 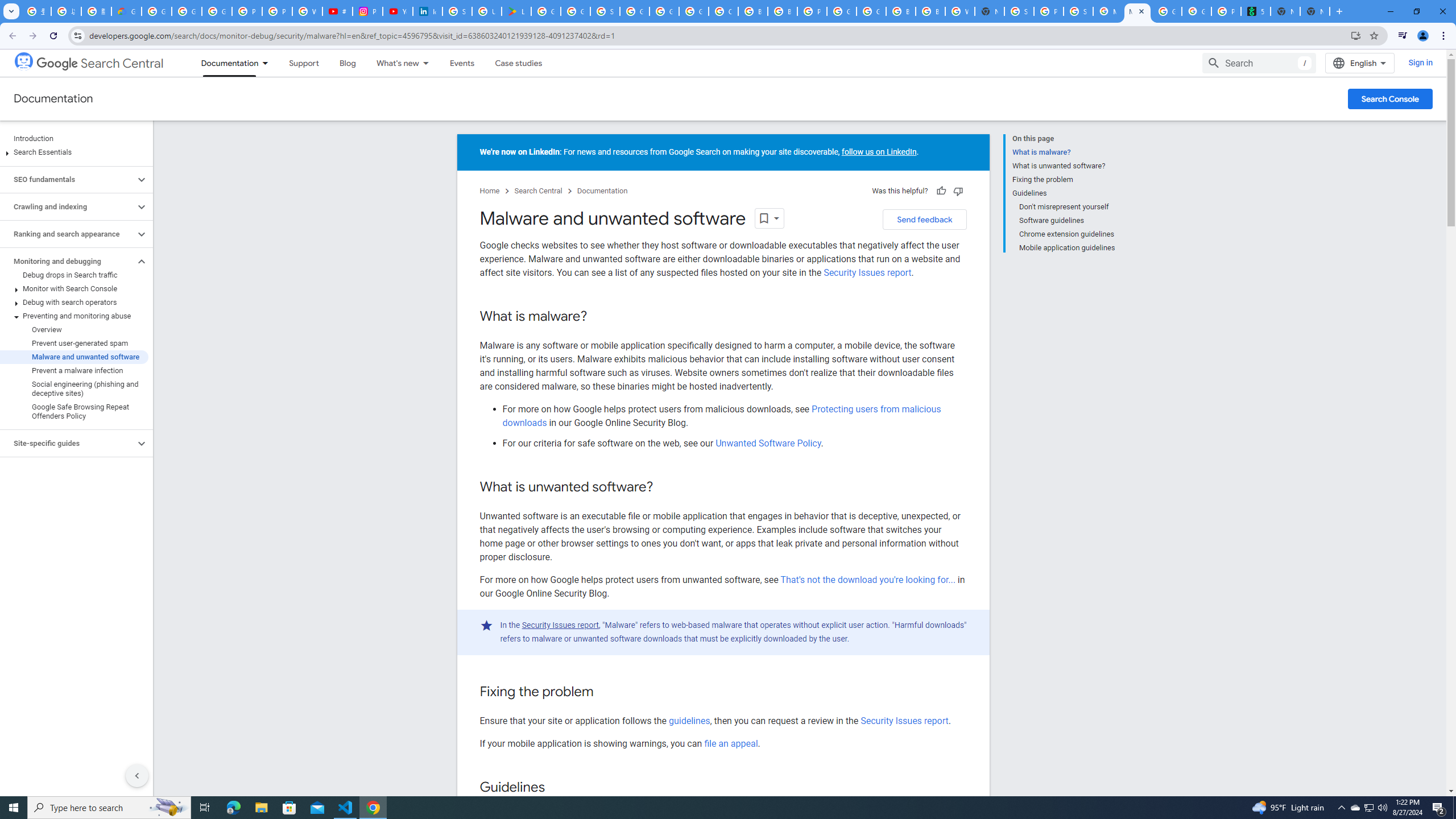 I want to click on 'Preventing and monitoring abuse', so click(x=74, y=316).